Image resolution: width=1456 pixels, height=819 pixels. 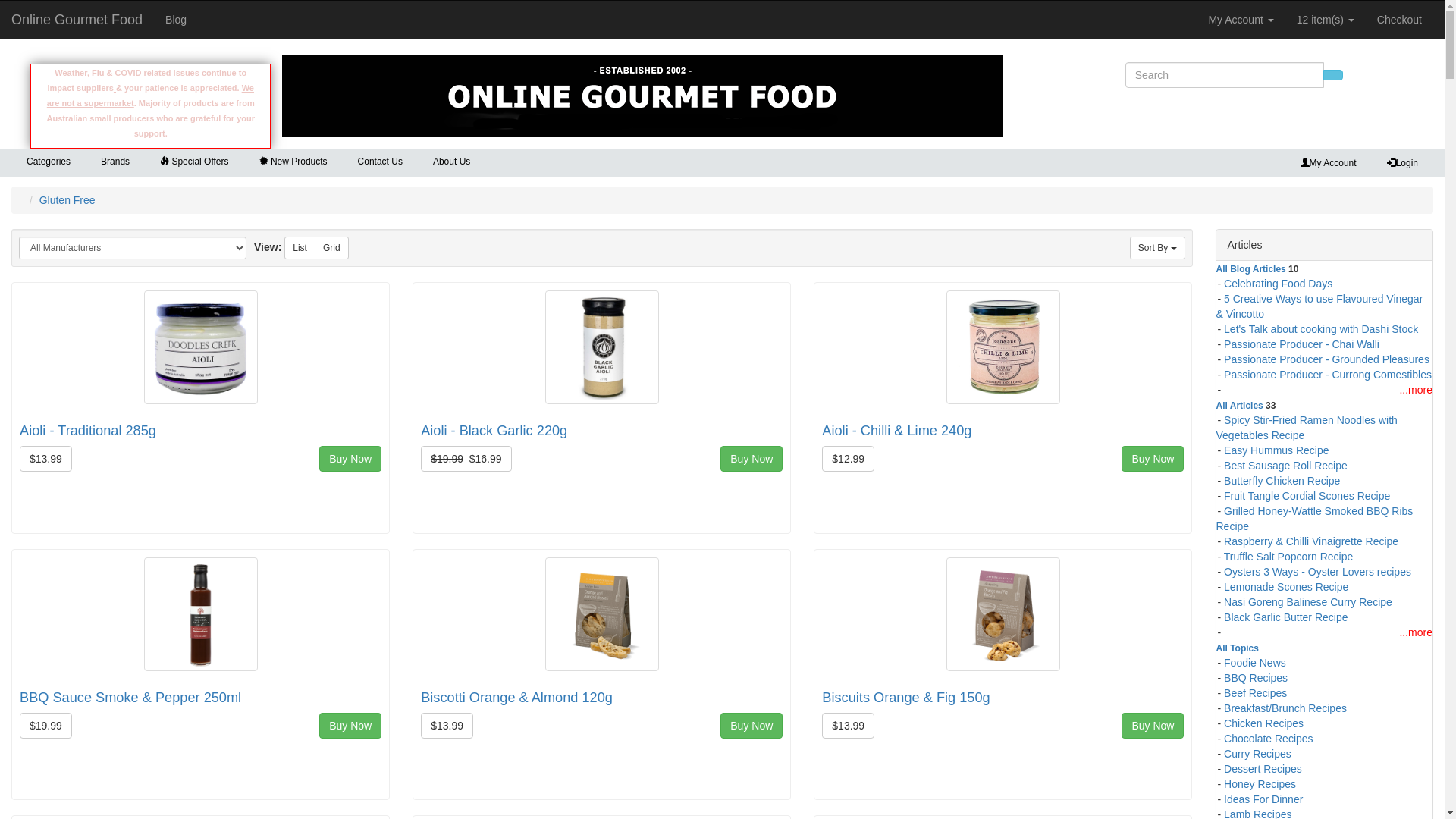 What do you see at coordinates (1263, 797) in the screenshot?
I see `'Ideas For Dinner'` at bounding box center [1263, 797].